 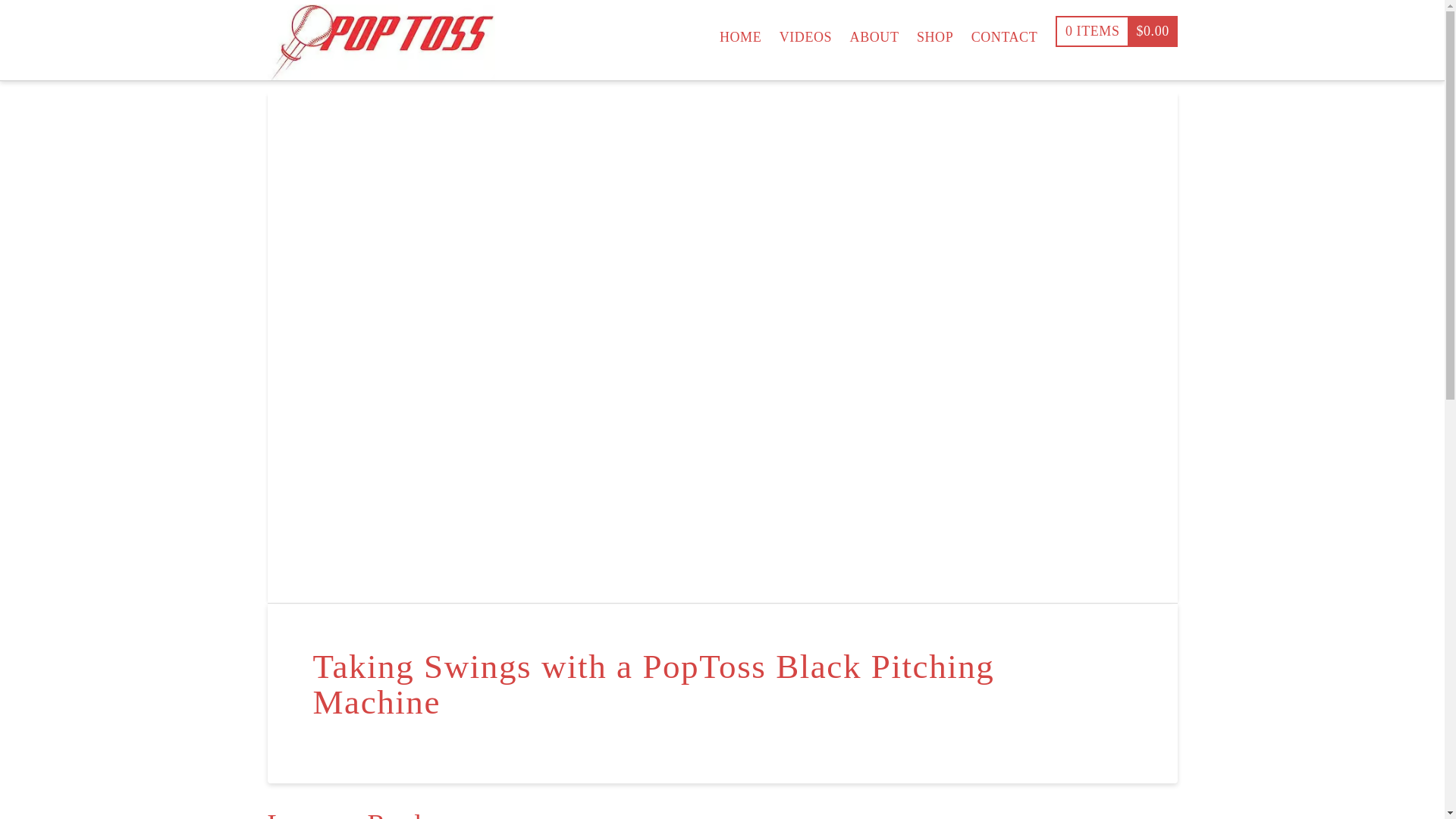 What do you see at coordinates (1004, 30) in the screenshot?
I see `'CONTACT'` at bounding box center [1004, 30].